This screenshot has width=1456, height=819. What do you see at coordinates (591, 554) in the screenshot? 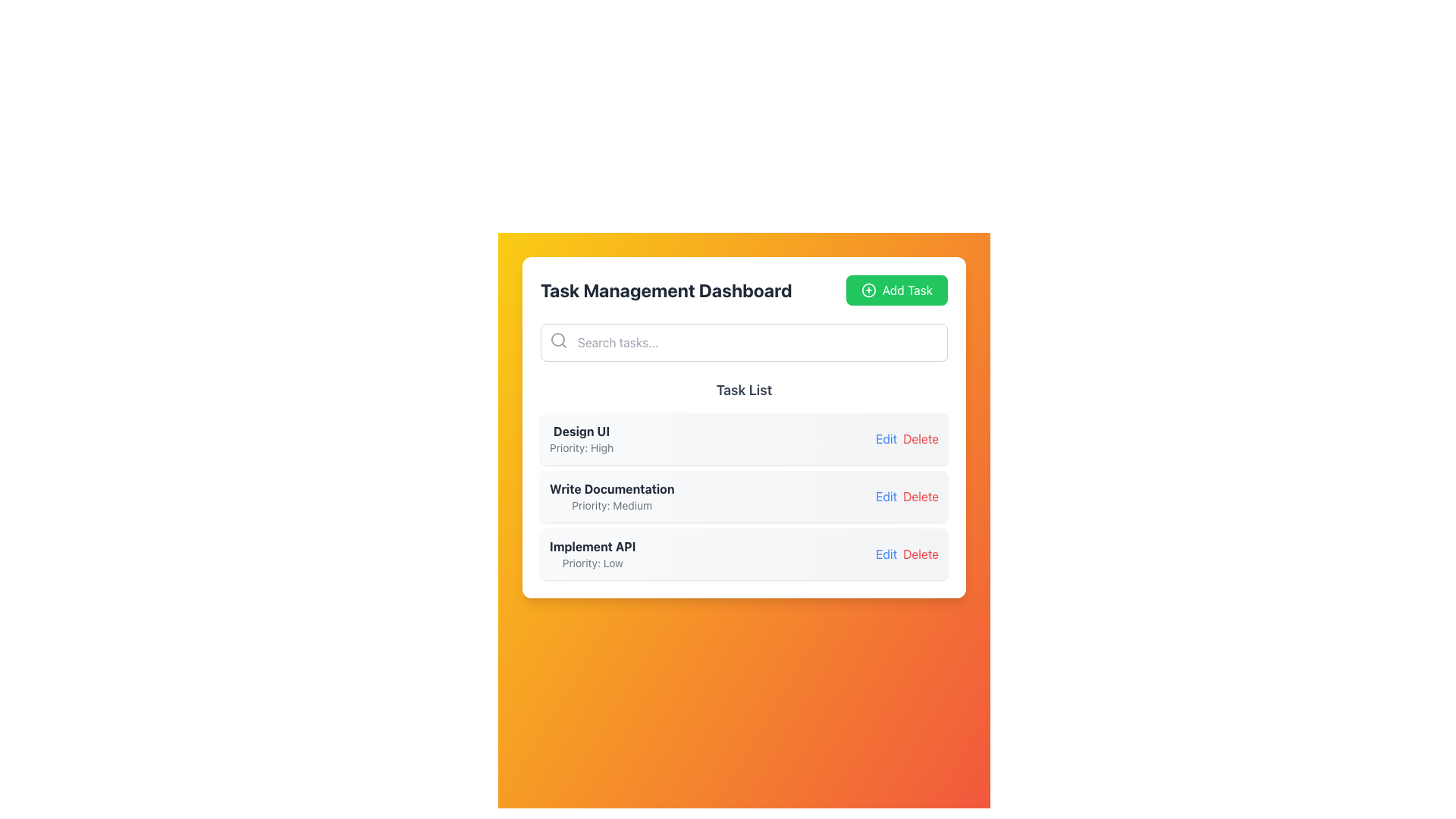
I see `the text label that indicates the task titled 'Implement API' with a priority status of 'Low' located in the third row of the task list area` at bounding box center [591, 554].